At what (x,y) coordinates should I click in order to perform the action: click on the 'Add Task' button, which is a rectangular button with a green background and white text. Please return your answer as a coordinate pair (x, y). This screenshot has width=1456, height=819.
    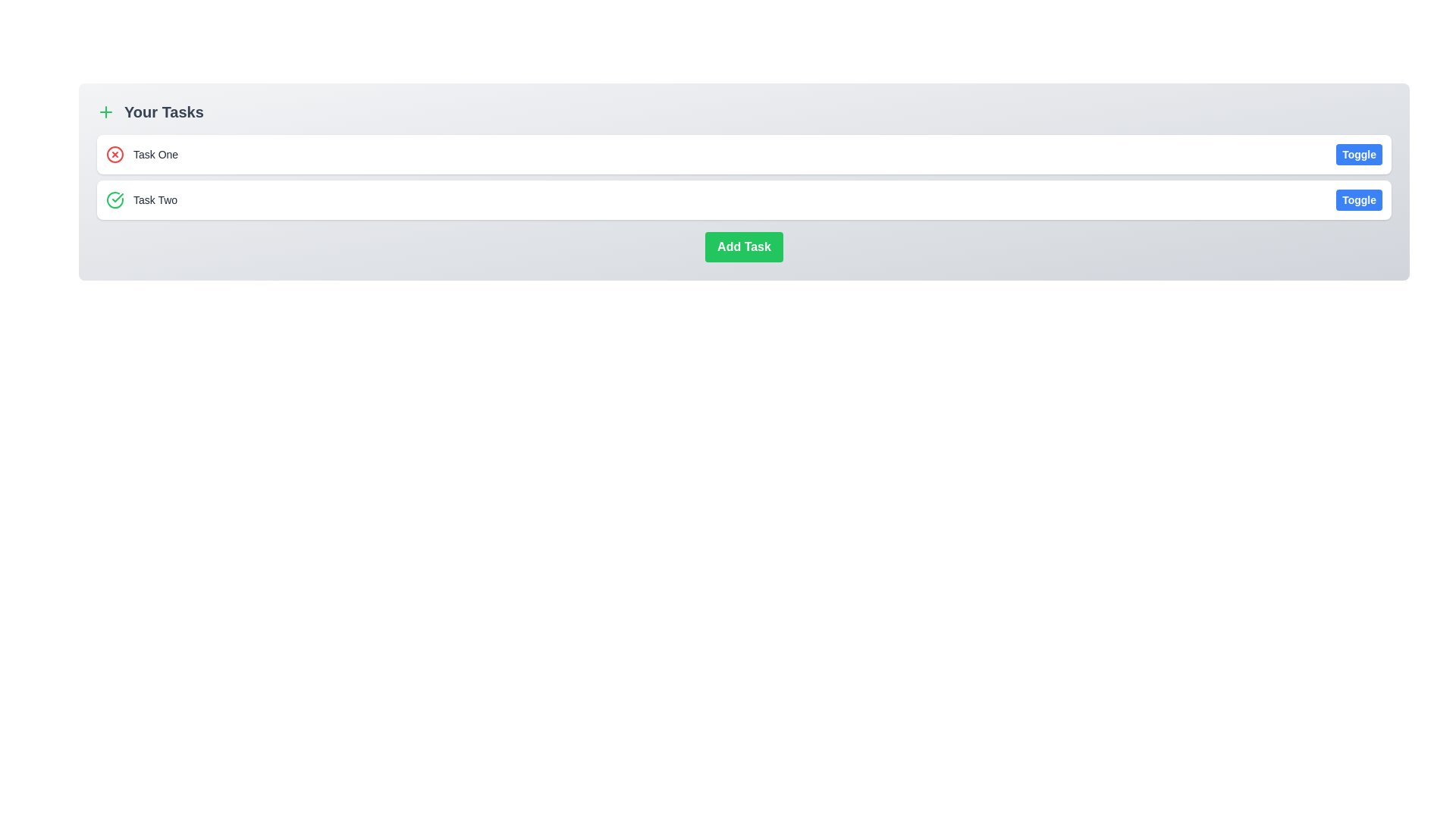
    Looking at the image, I should click on (744, 246).